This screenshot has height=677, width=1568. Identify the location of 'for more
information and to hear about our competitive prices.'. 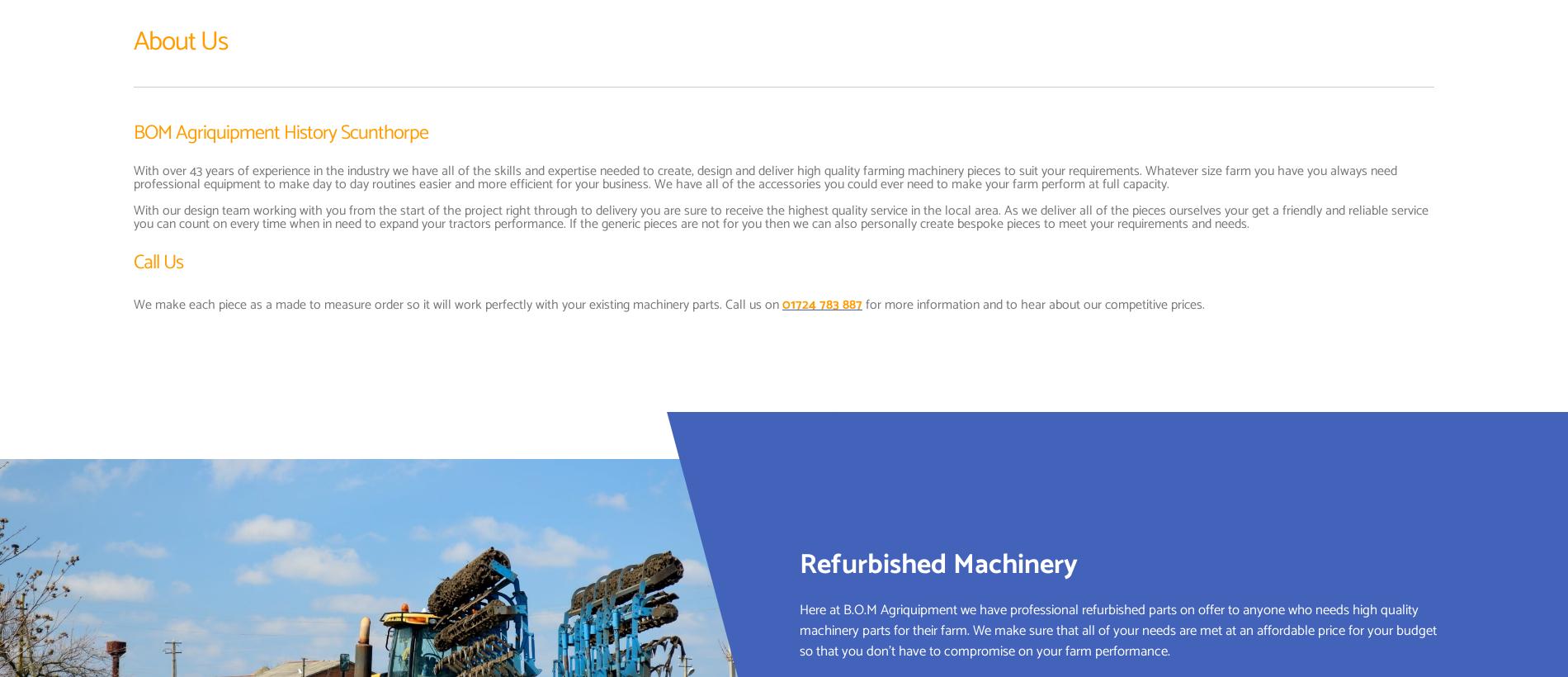
(1032, 304).